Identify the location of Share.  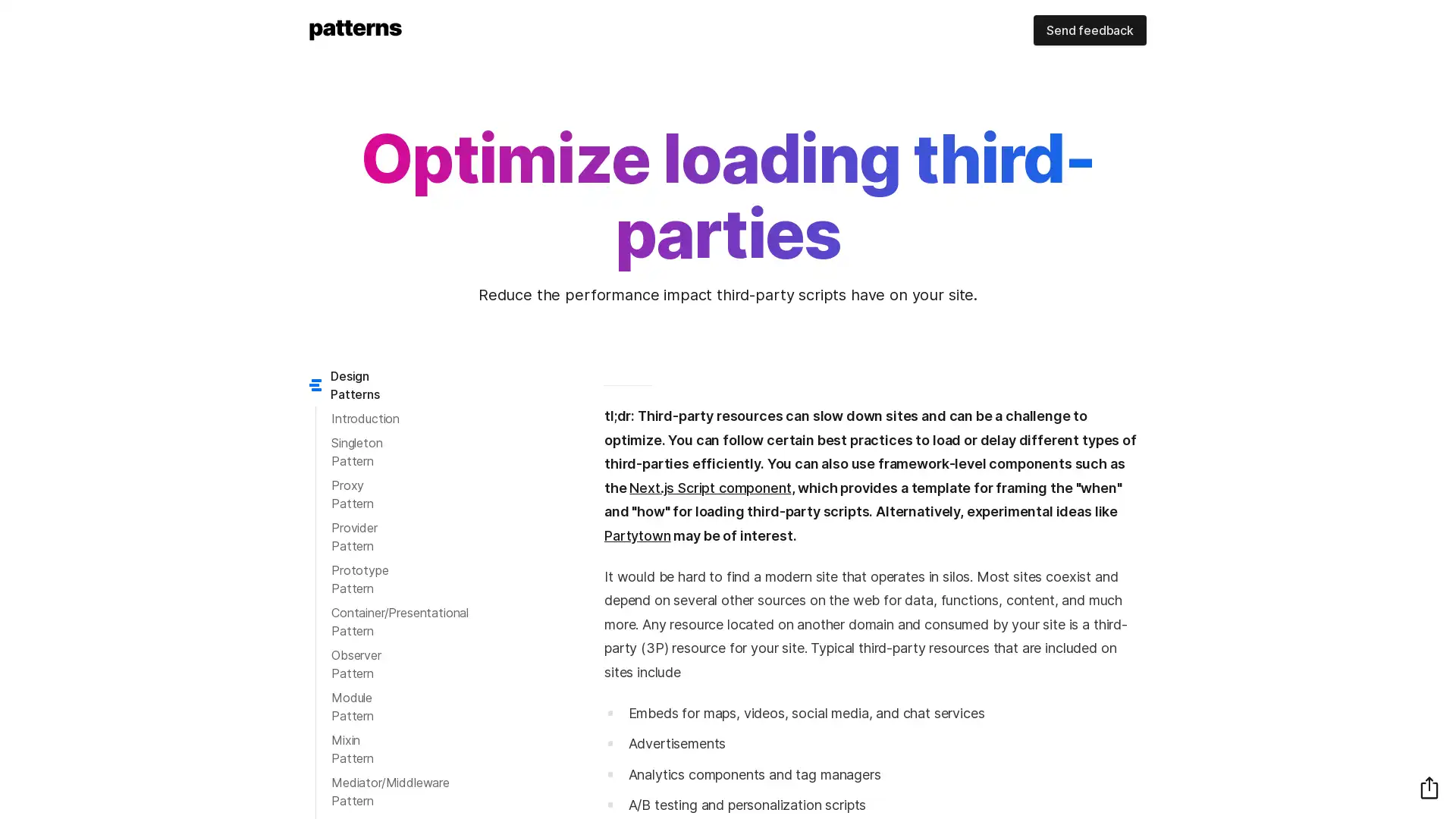
(1429, 786).